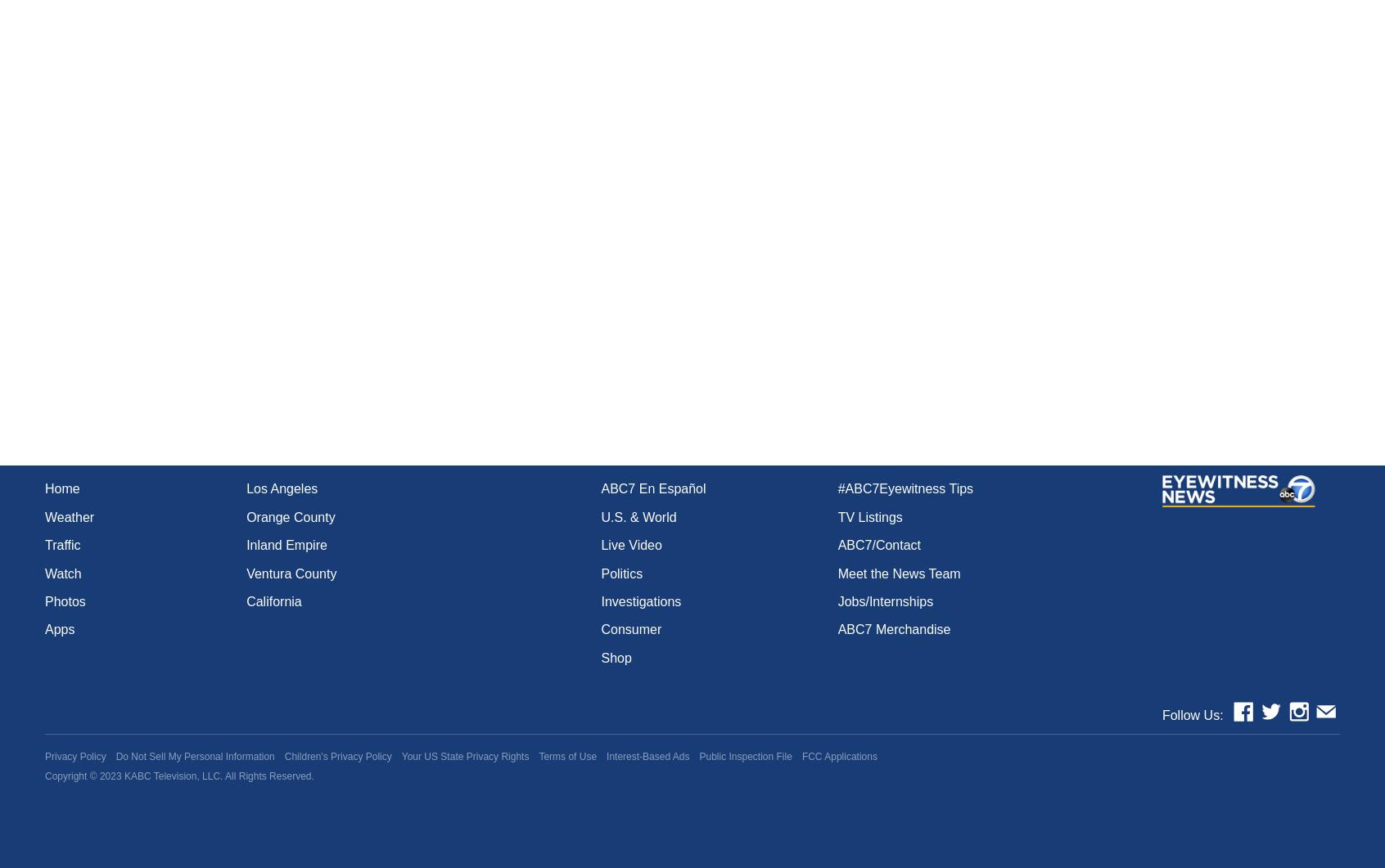 This screenshot has height=868, width=1385. What do you see at coordinates (838, 755) in the screenshot?
I see `'FCC Applications'` at bounding box center [838, 755].